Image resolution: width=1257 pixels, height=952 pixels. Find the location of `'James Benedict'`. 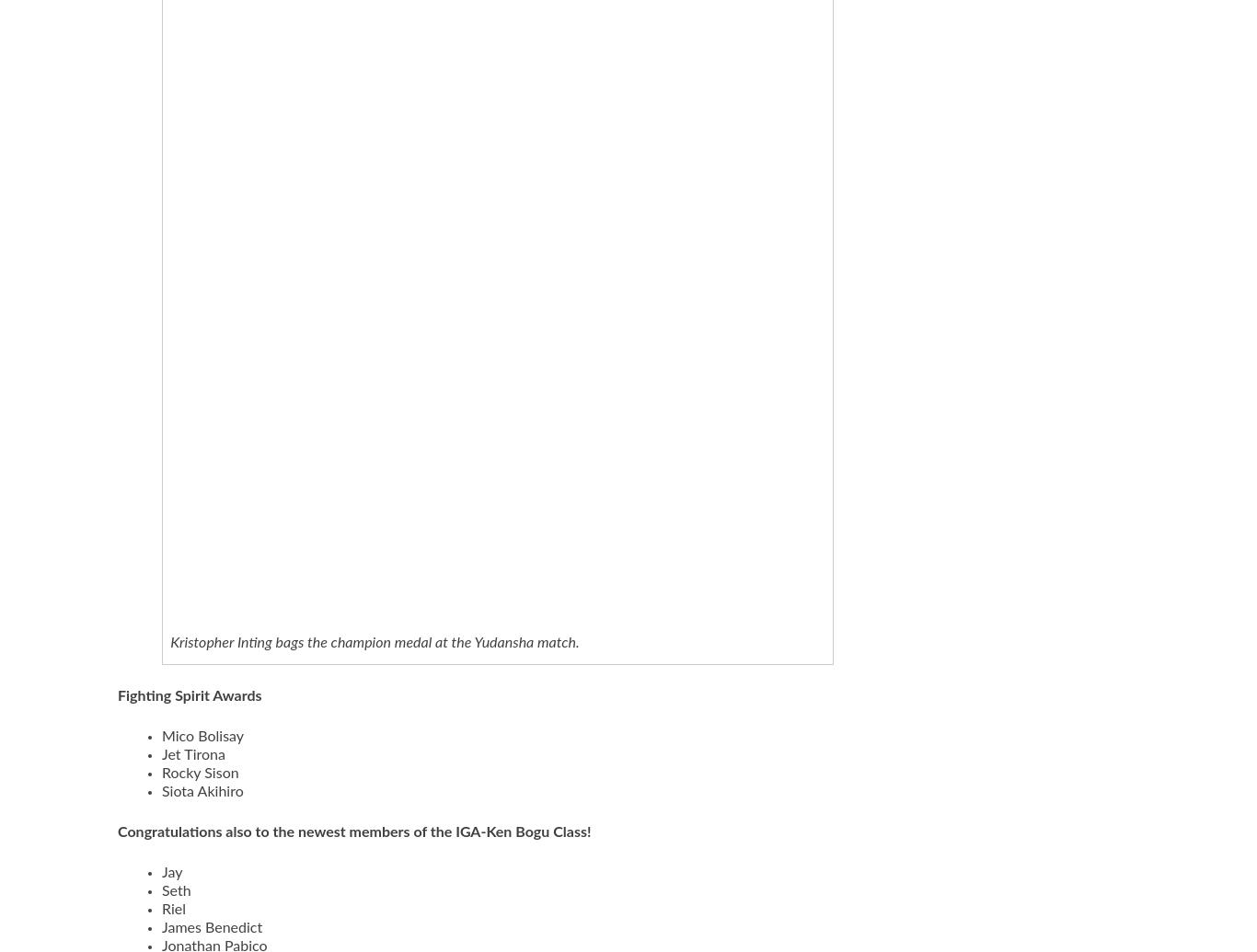

'James Benedict' is located at coordinates (160, 927).